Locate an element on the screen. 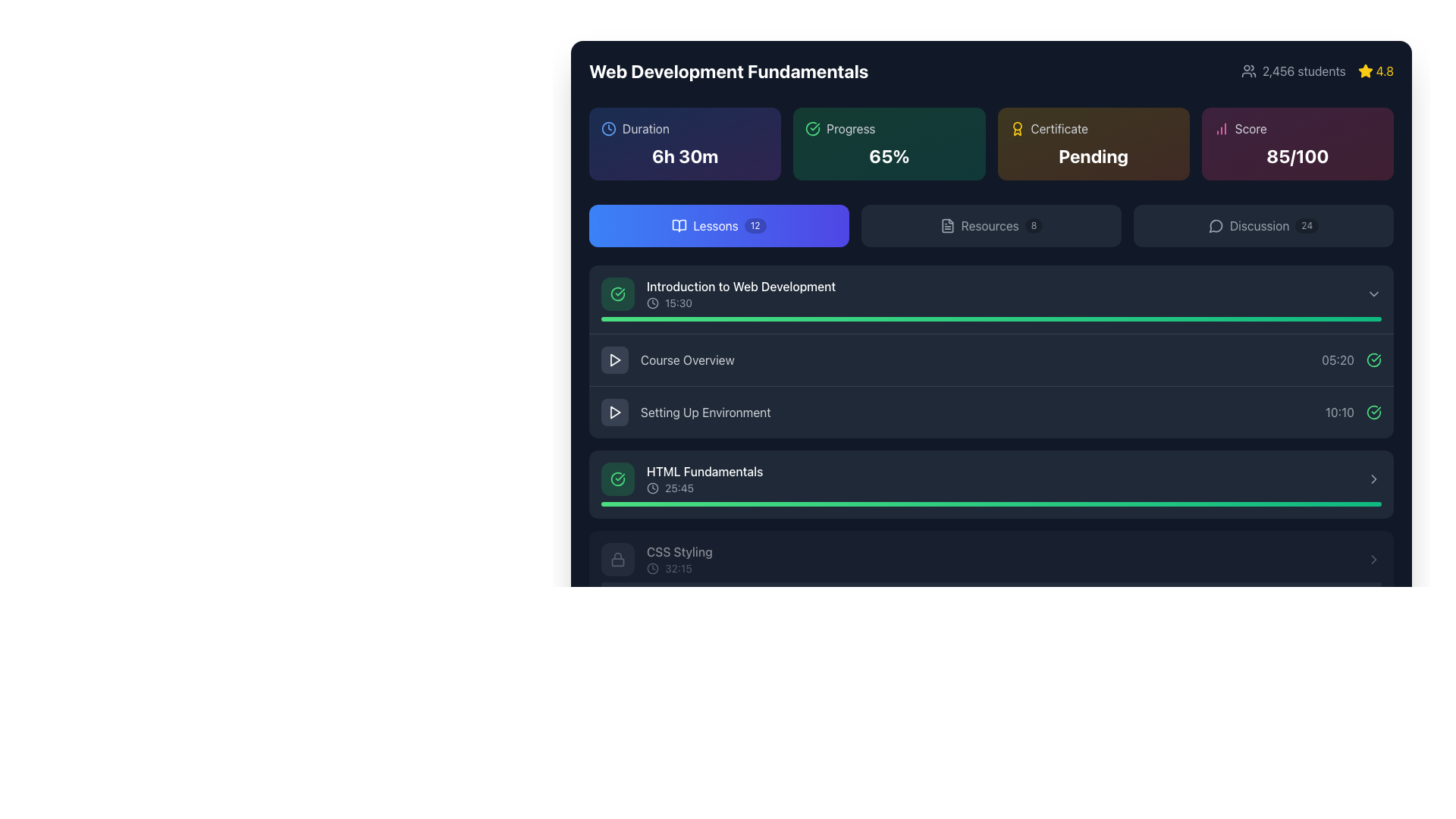 The width and height of the screenshot is (1456, 819). the text label 'Setting Up Environment', which is the third lesson in the sequence within the lesson items list is located at coordinates (685, 412).